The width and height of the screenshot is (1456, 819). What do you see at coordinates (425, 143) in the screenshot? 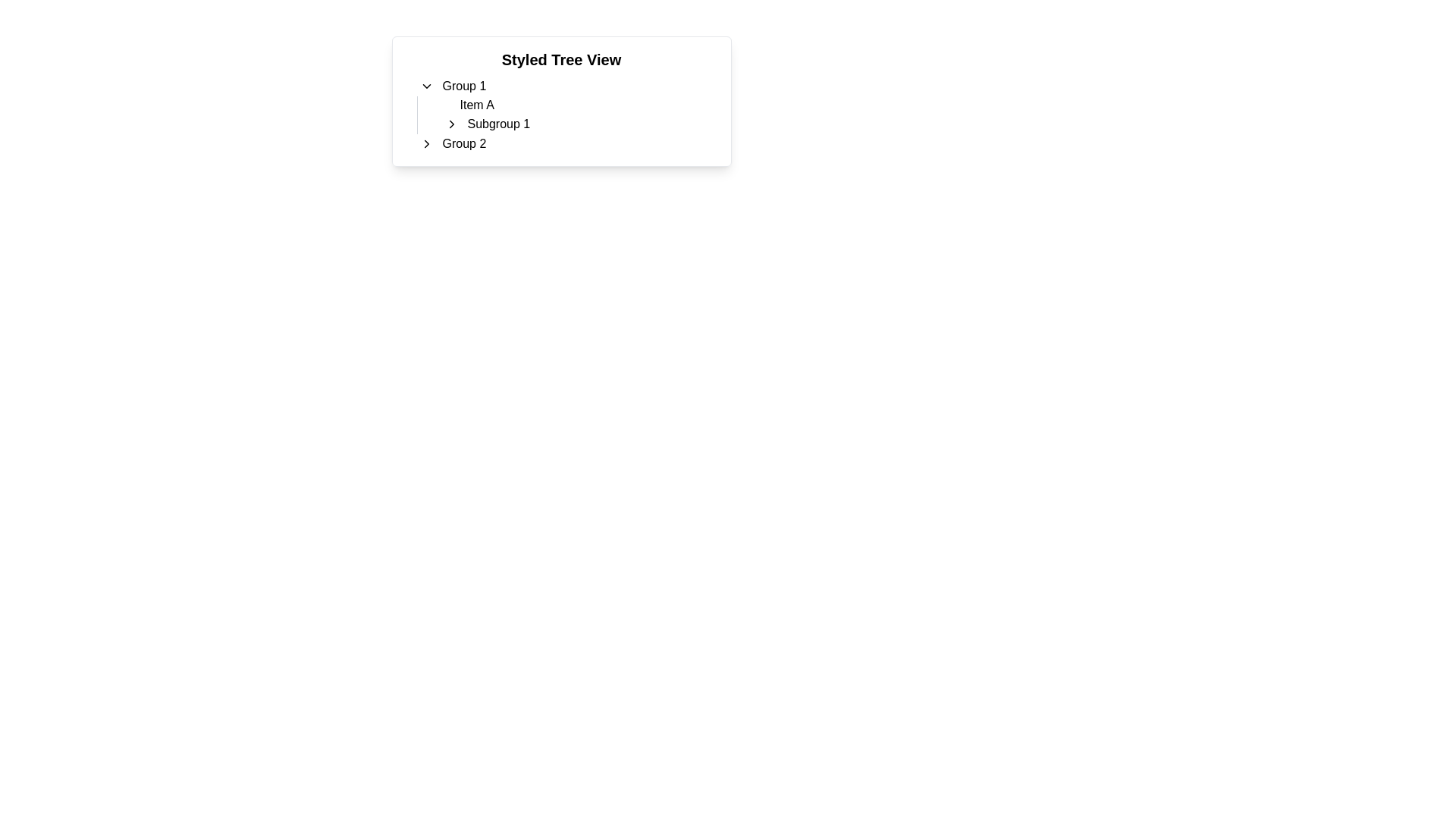
I see `the chevron-shaped icon pointing to the right, located within the second item of the tree view labeled 'Group 2'` at bounding box center [425, 143].